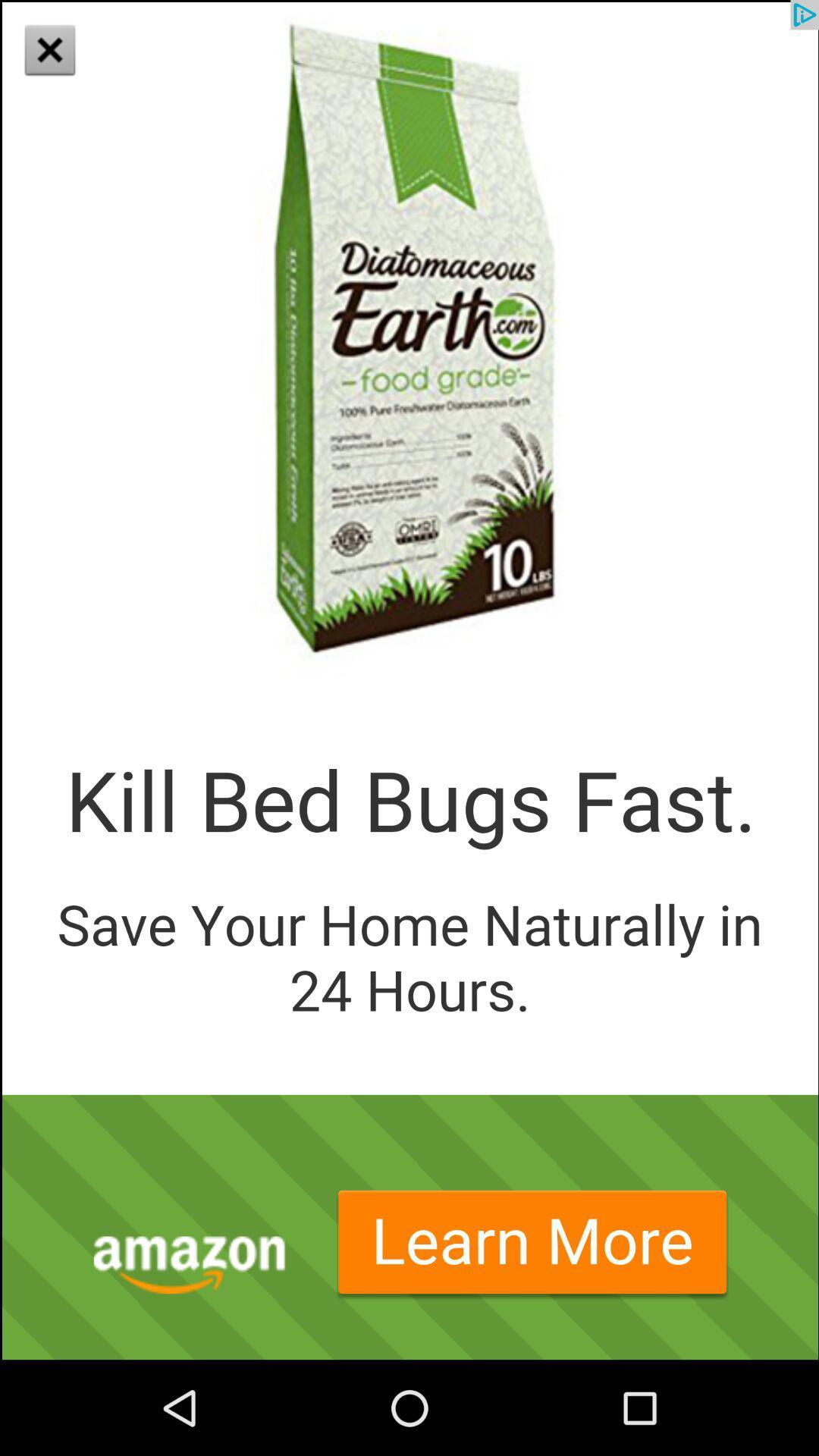  Describe the element at coordinates (49, 53) in the screenshot. I see `the close icon` at that location.